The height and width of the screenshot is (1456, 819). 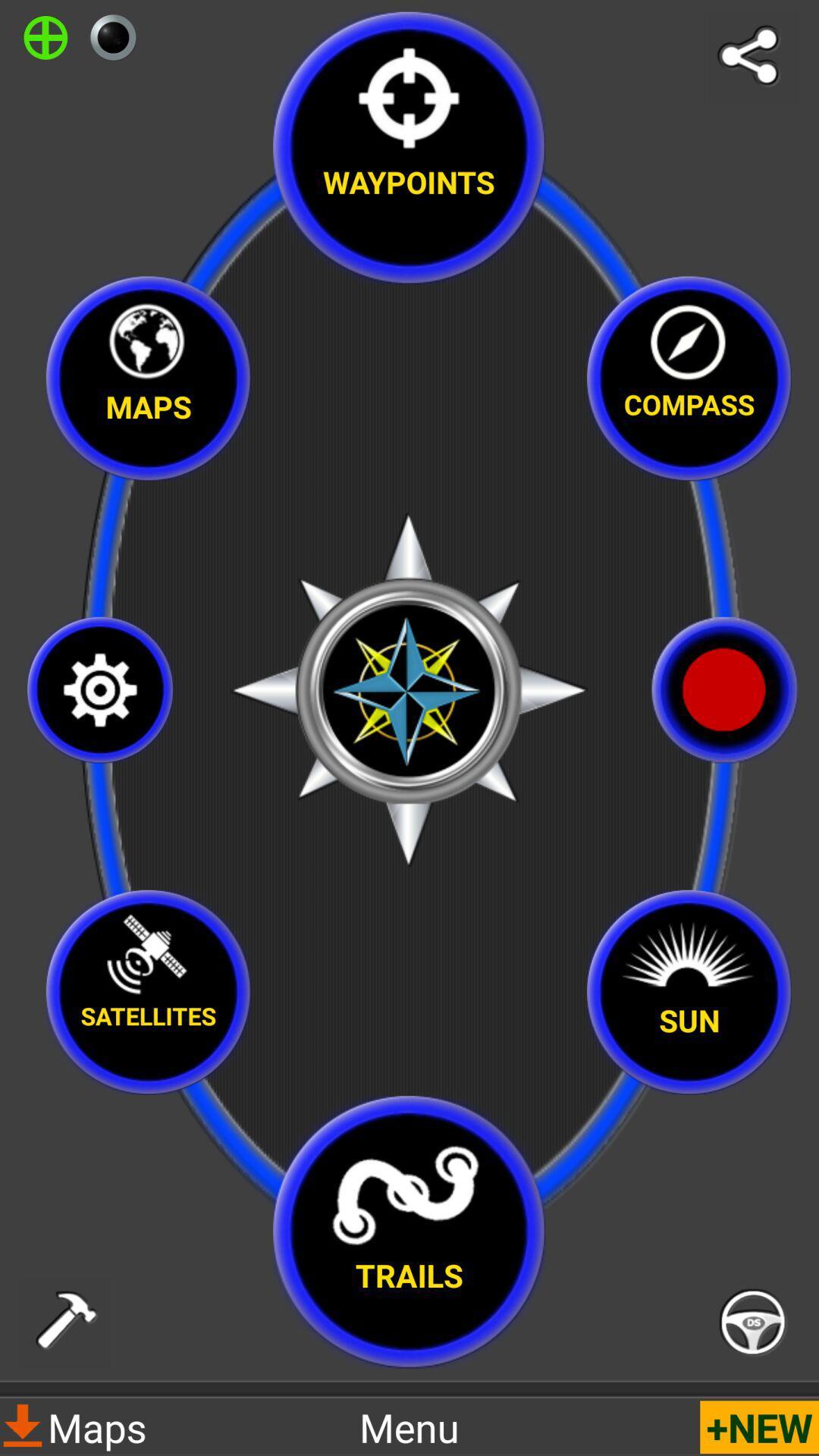 What do you see at coordinates (753, 57) in the screenshot?
I see `the share icon` at bounding box center [753, 57].